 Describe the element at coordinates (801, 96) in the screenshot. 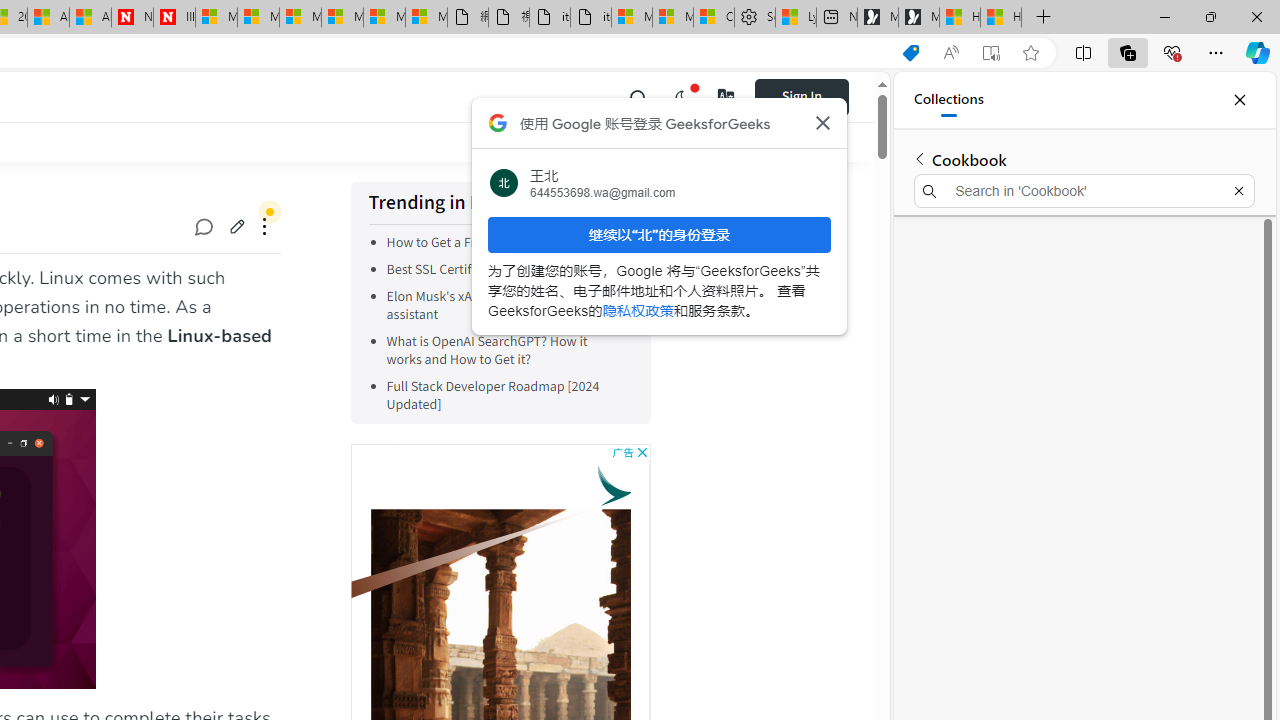

I see `'Sign In'` at that location.